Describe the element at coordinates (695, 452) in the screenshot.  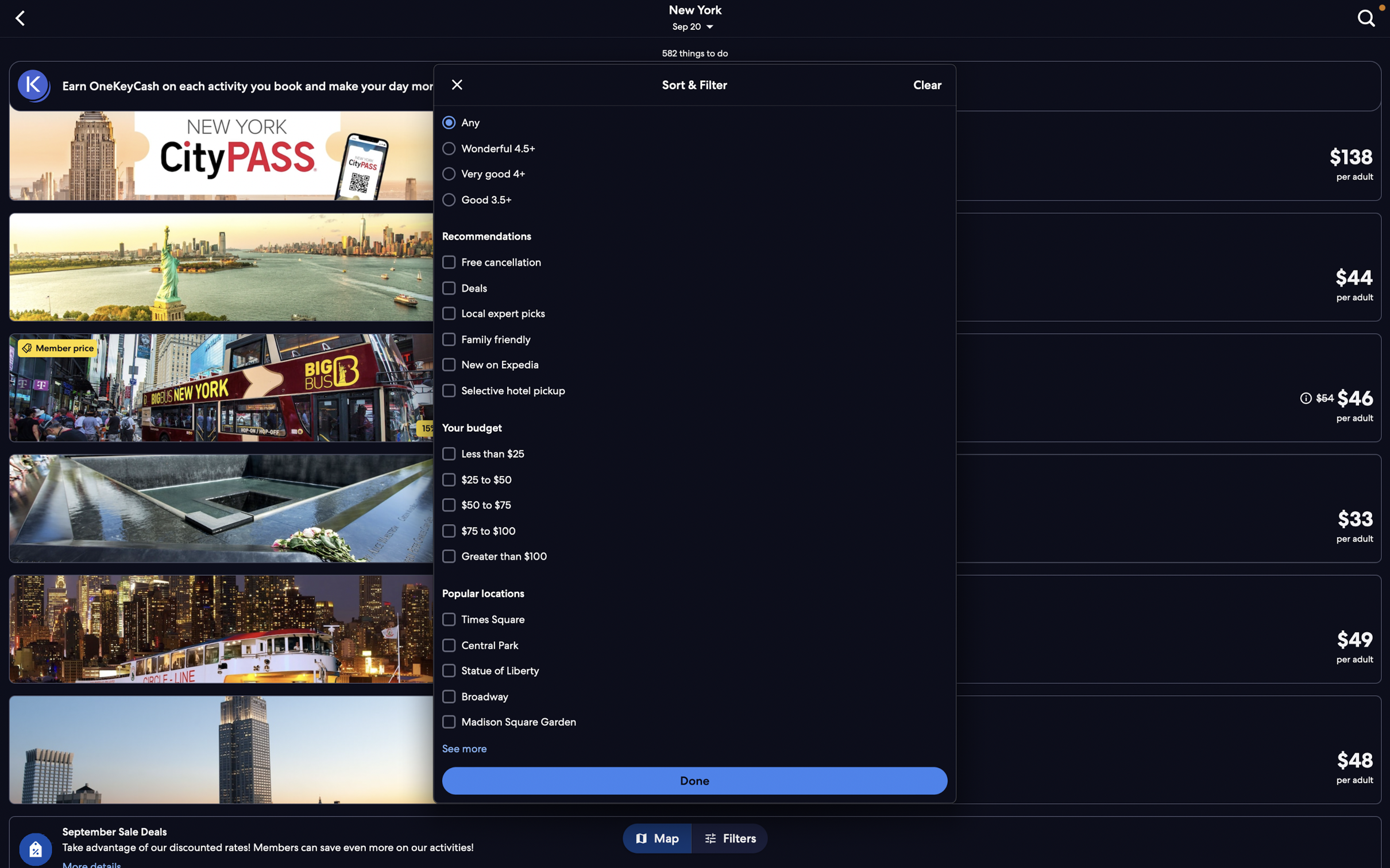
I see `the price range options under $75` at that location.